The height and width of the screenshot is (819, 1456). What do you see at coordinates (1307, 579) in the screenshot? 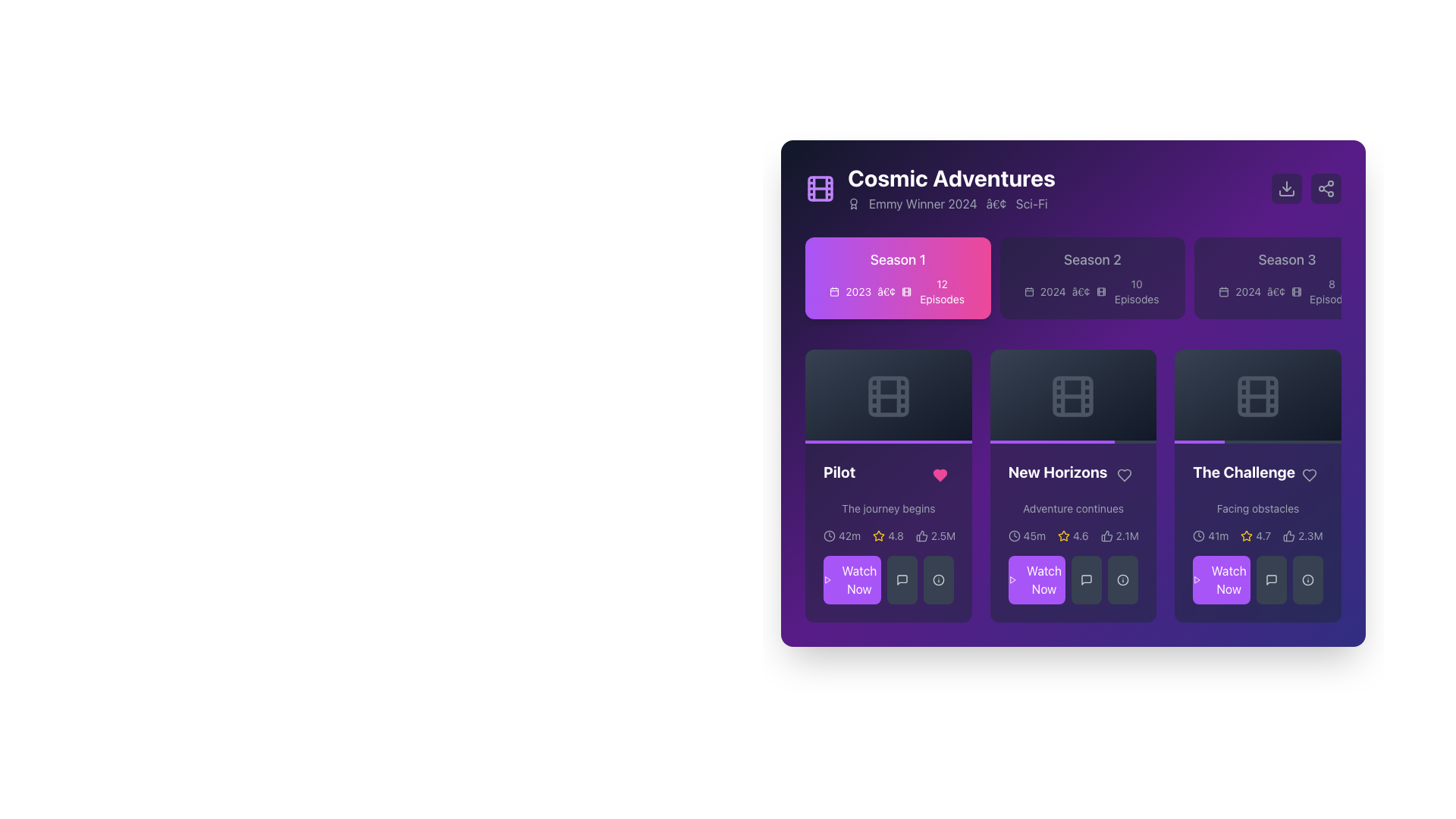
I see `the circular button with an 'i' symbol located at the bottom-right side of 'The Challenge' card` at bounding box center [1307, 579].